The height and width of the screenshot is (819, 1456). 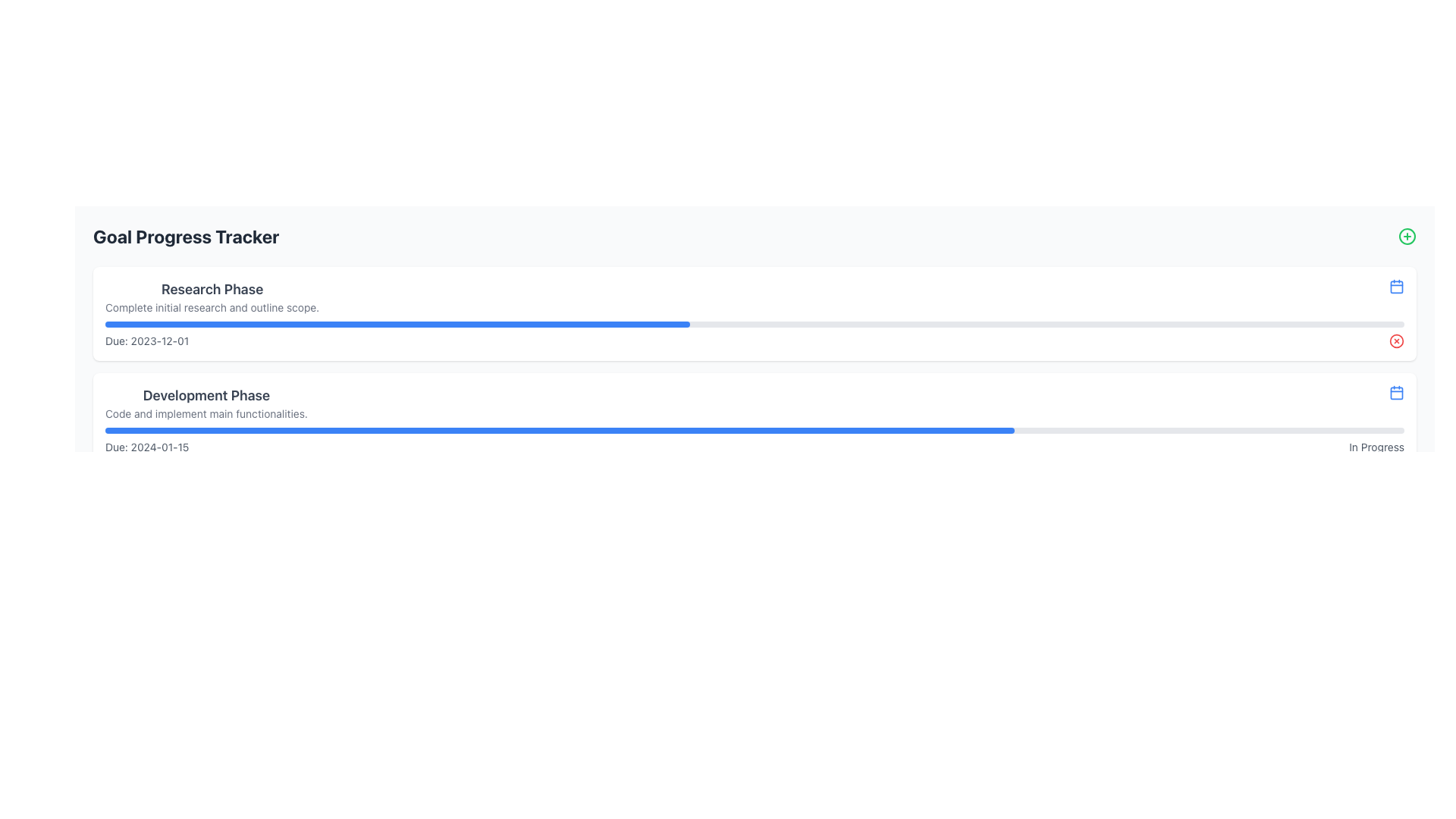 I want to click on the deadline information text displayed below the 'Research Phase' heading, so click(x=147, y=341).